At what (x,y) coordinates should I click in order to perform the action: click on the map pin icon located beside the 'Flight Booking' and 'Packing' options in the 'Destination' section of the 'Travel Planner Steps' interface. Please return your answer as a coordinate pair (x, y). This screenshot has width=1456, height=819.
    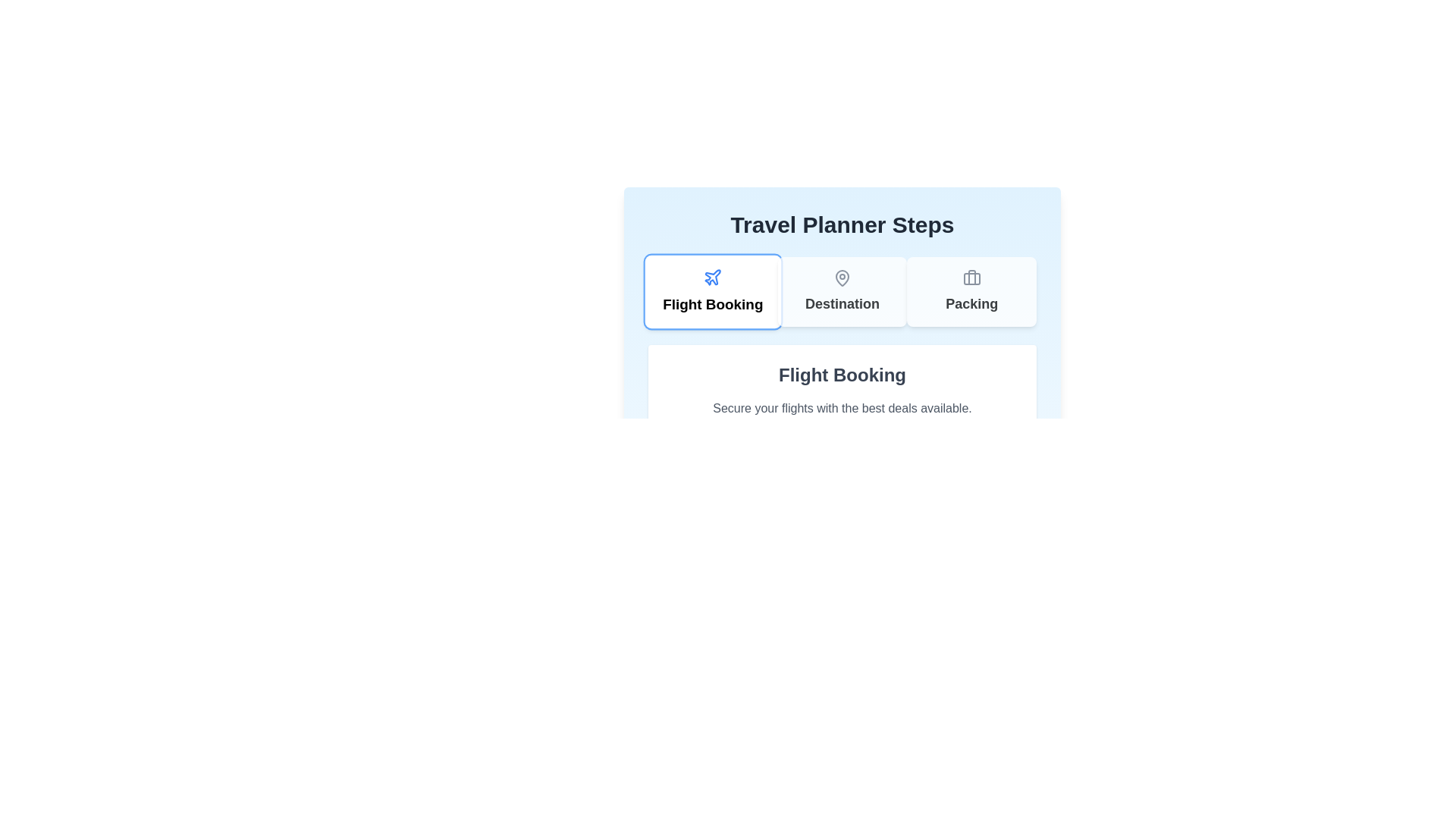
    Looking at the image, I should click on (841, 278).